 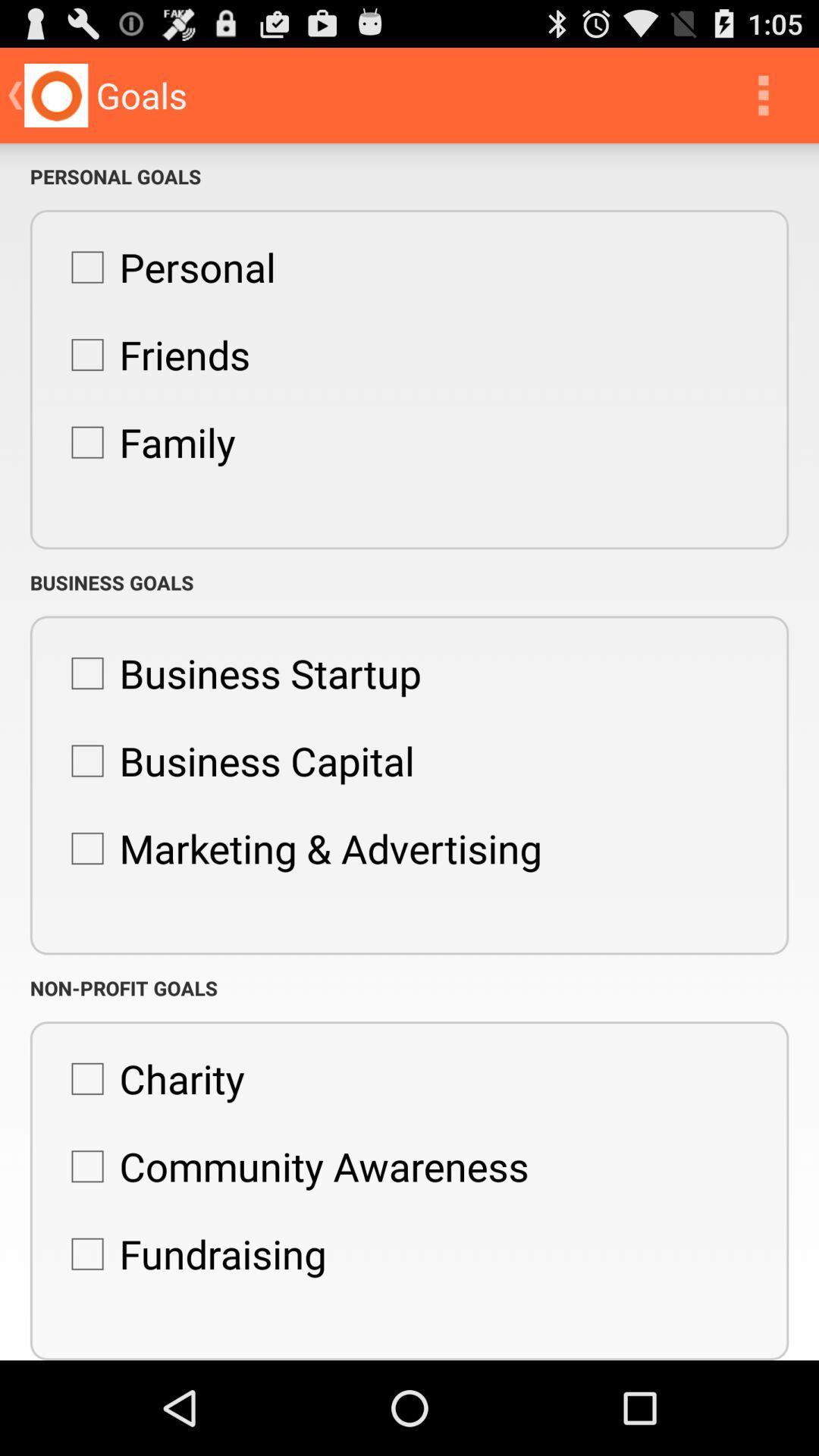 What do you see at coordinates (235, 761) in the screenshot?
I see `item below business startup icon` at bounding box center [235, 761].